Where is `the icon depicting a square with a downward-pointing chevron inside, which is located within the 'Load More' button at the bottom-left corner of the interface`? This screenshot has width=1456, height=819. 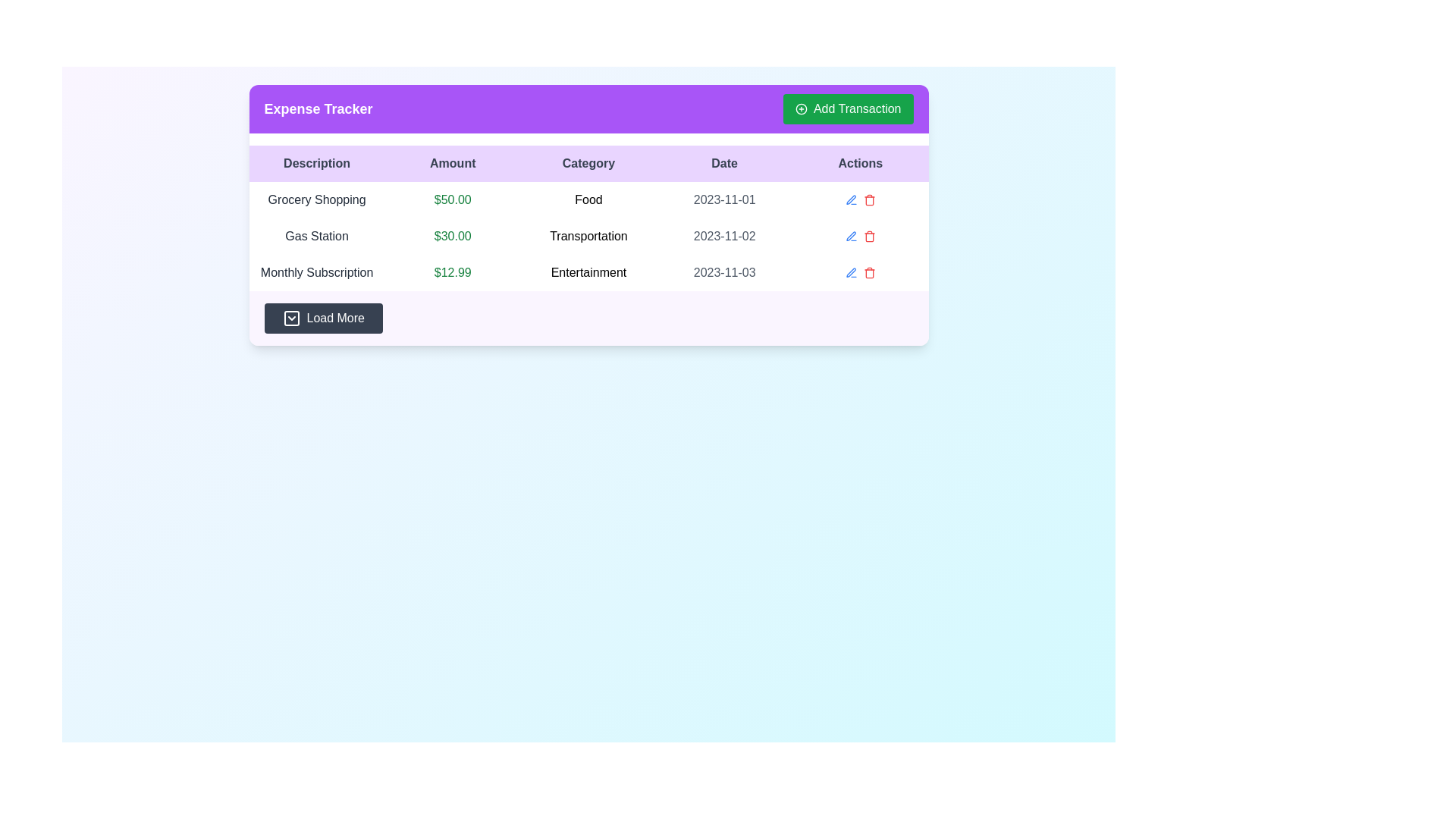 the icon depicting a square with a downward-pointing chevron inside, which is located within the 'Load More' button at the bottom-left corner of the interface is located at coordinates (291, 318).